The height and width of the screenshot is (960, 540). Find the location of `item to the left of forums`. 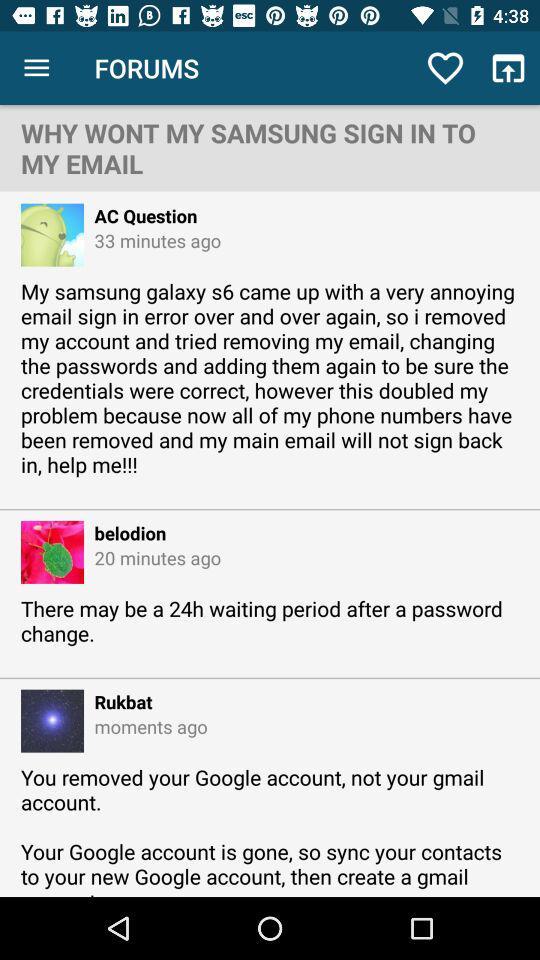

item to the left of forums is located at coordinates (36, 68).